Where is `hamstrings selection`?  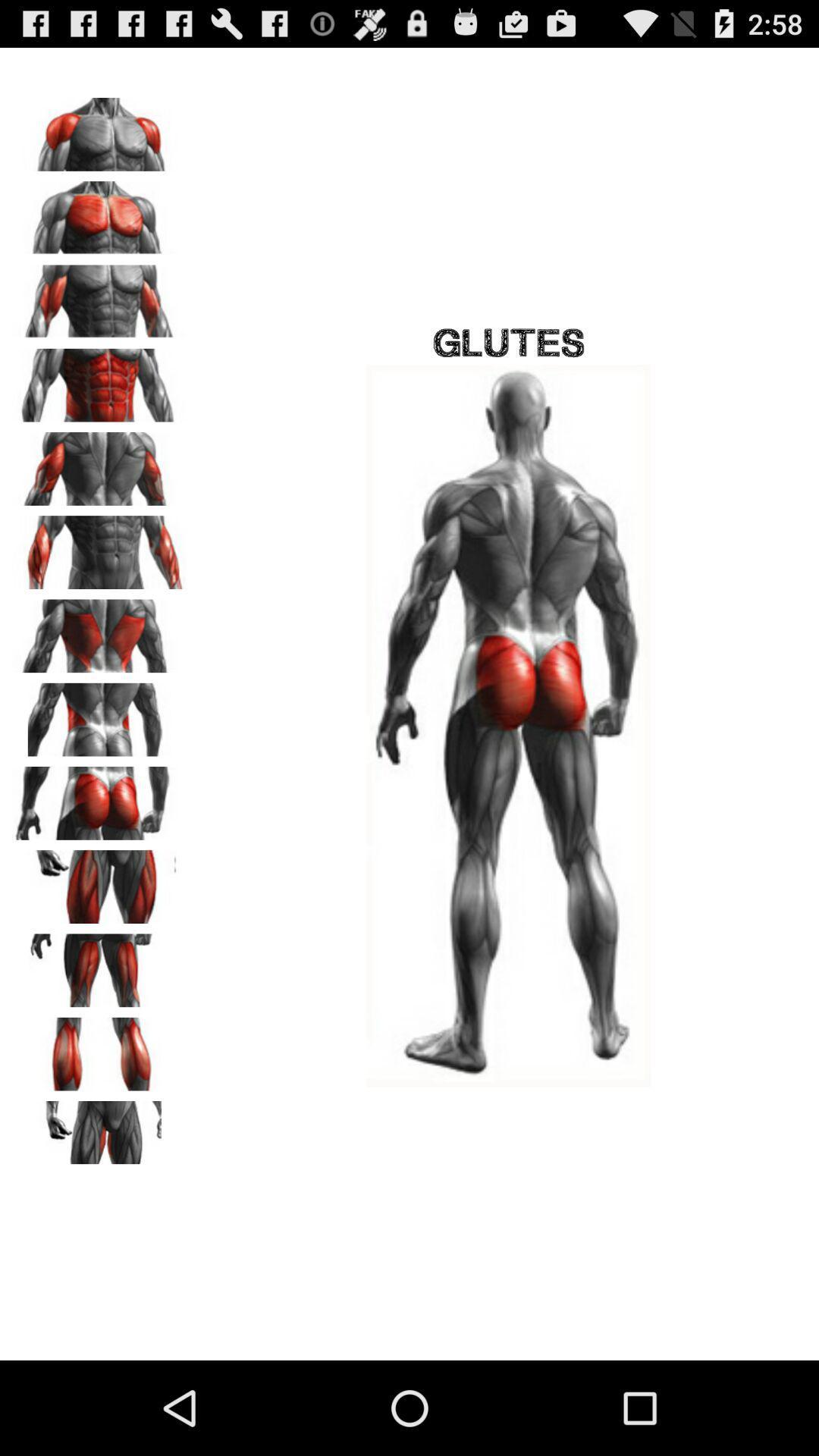
hamstrings selection is located at coordinates (99, 965).